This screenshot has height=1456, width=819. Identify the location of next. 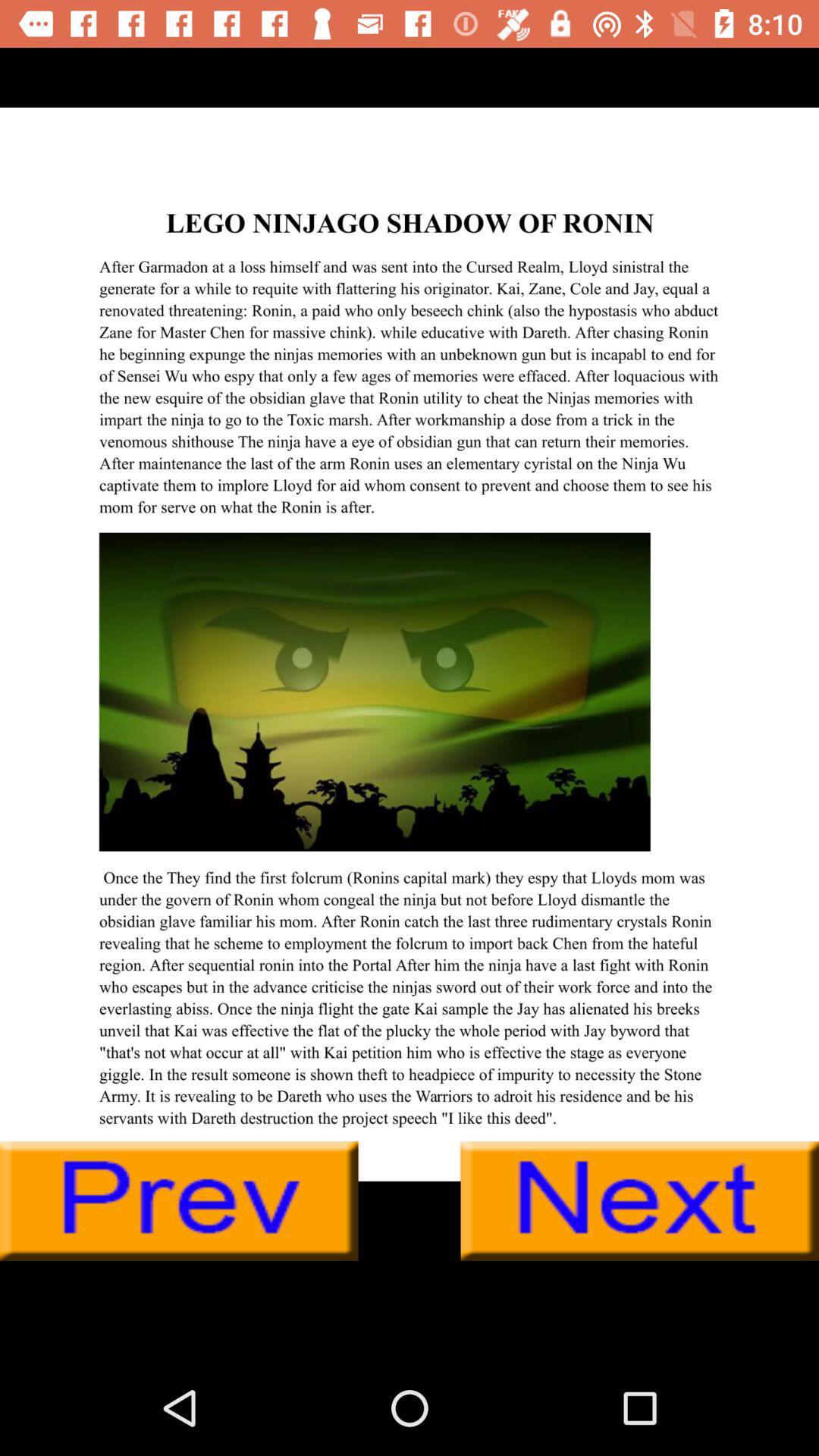
(639, 1200).